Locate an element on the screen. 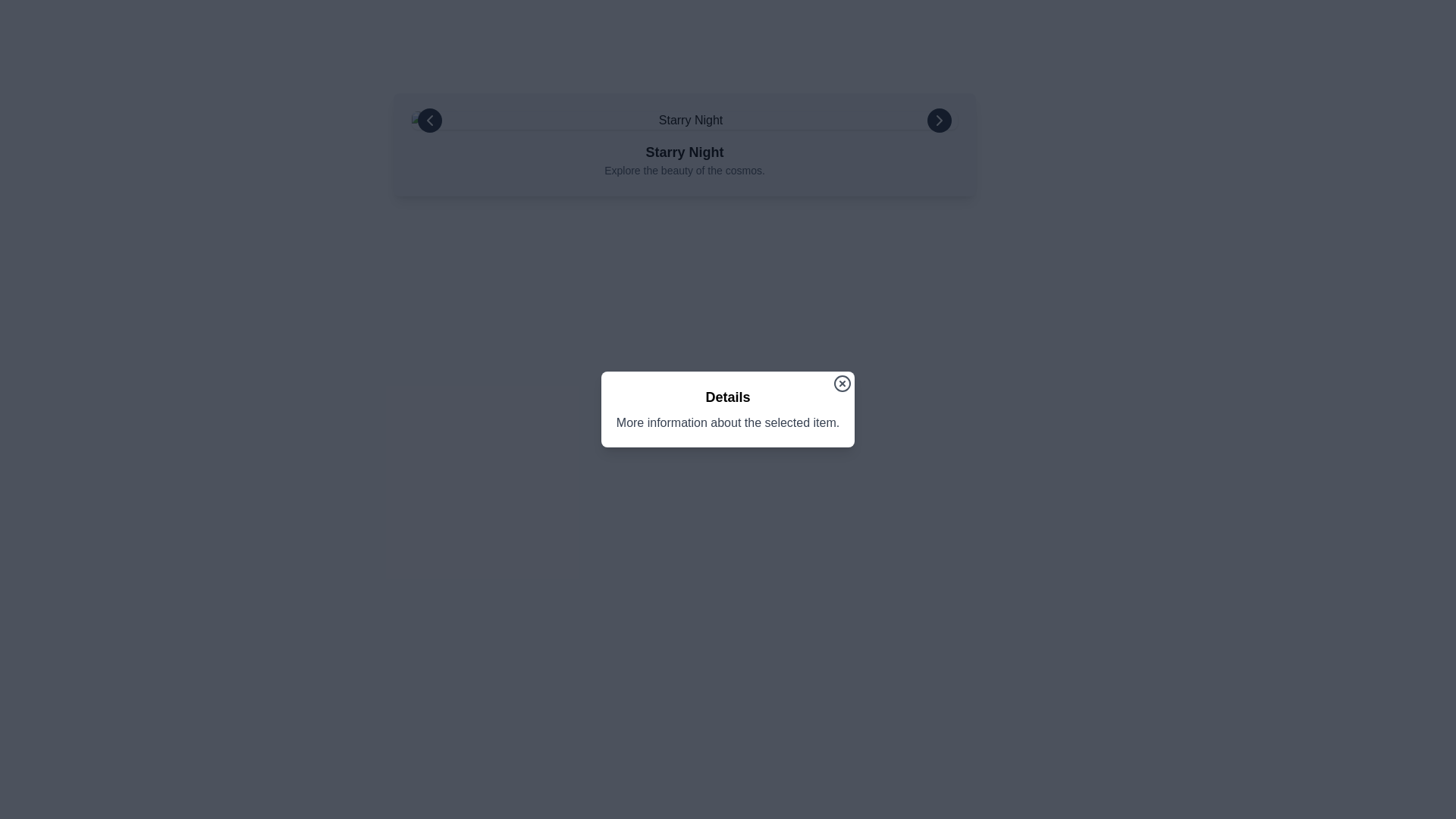 The image size is (1456, 819). the Text label displaying the title 'Starry Night', which serves as the main heading in its section is located at coordinates (683, 152).